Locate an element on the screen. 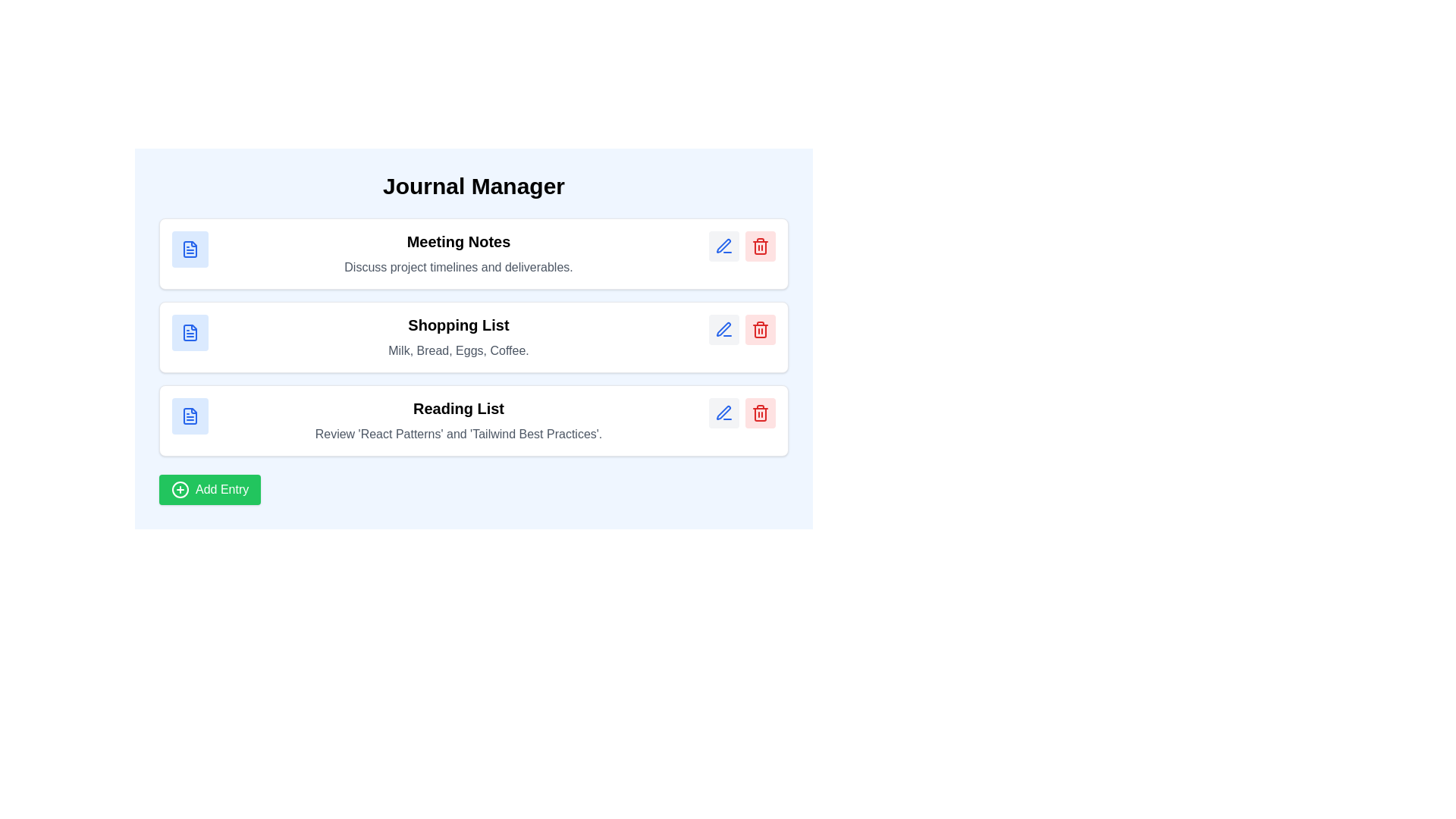 This screenshot has height=819, width=1456. the rectangular icon with a blue background and white border featuring a blue file symbol, located in the top-left corner of the 'Shopping List' card is located at coordinates (189, 332).